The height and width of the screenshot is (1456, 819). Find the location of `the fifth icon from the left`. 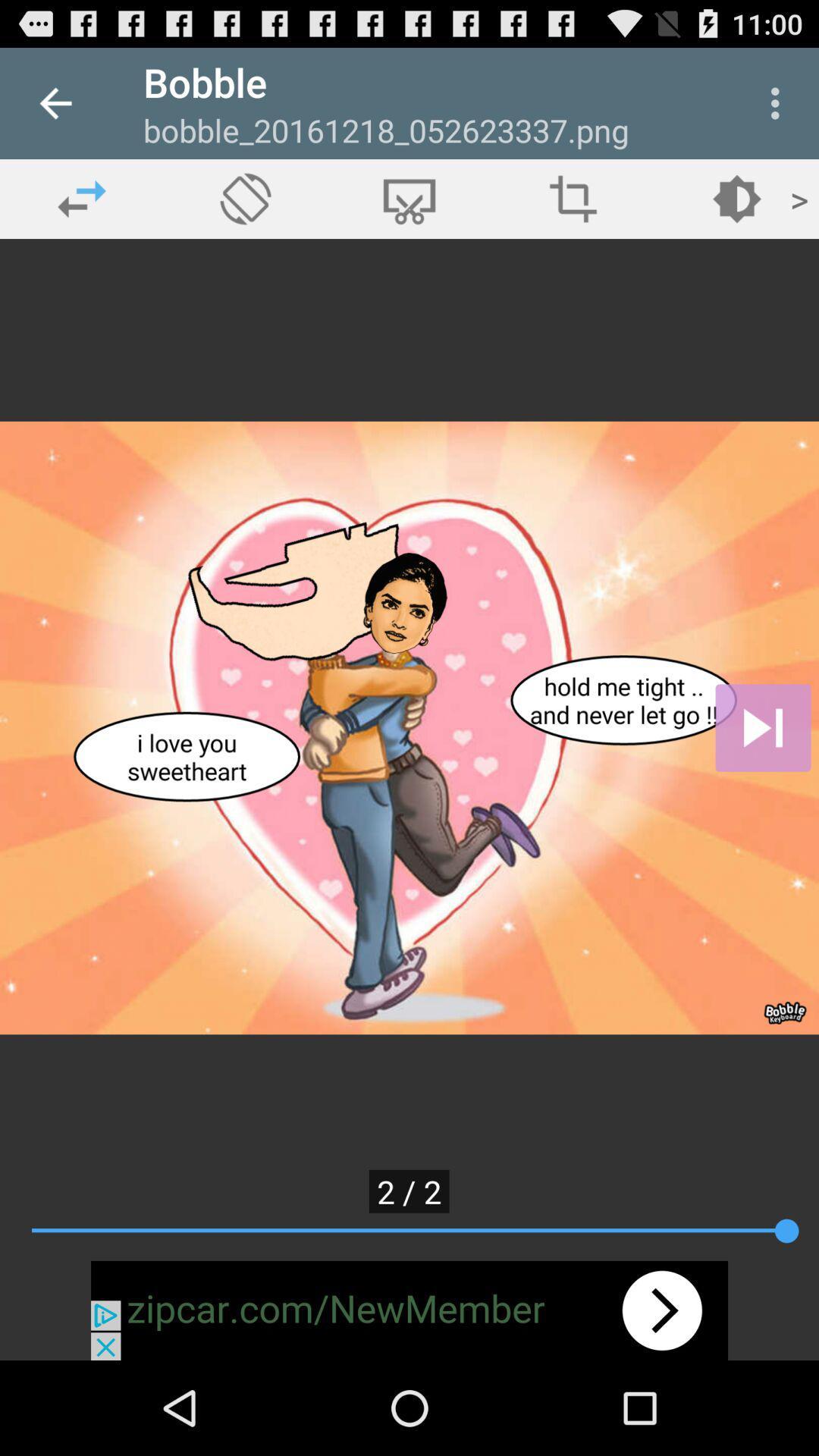

the fifth icon from the left is located at coordinates (736, 198).